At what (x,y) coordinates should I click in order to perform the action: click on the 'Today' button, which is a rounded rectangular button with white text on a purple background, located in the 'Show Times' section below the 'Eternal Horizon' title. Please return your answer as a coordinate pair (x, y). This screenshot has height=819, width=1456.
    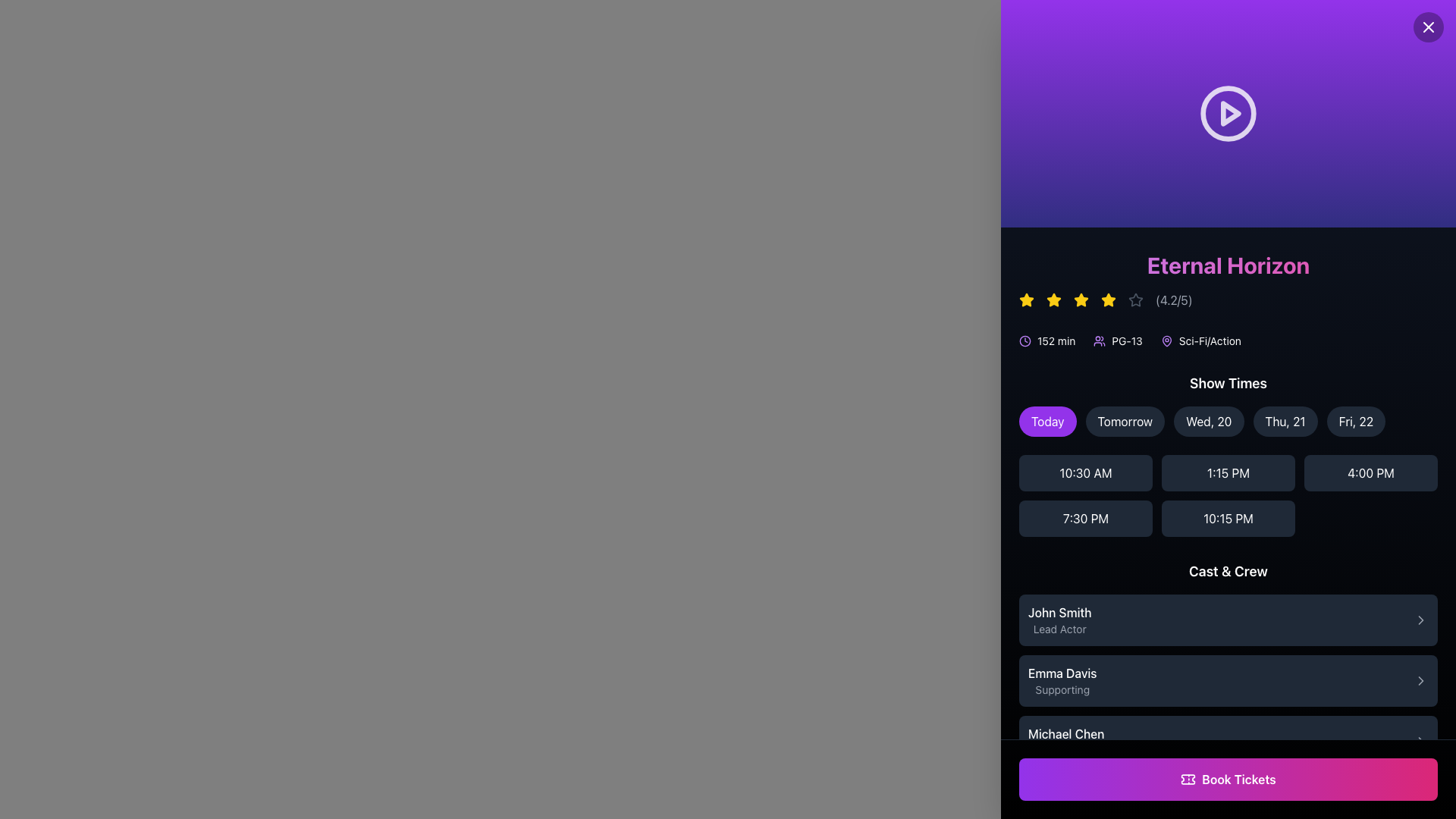
    Looking at the image, I should click on (1046, 421).